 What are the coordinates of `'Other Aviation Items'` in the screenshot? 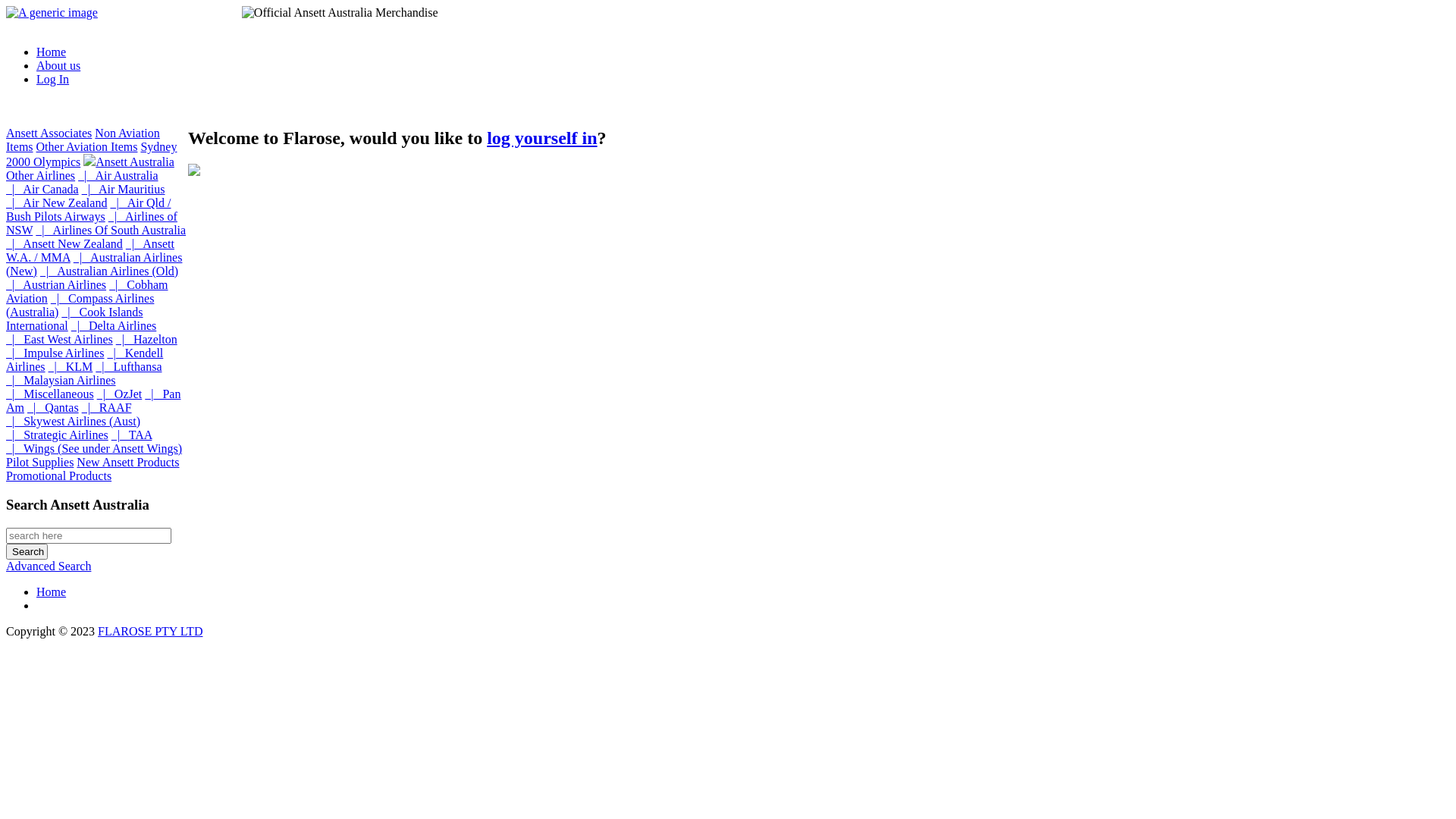 It's located at (86, 146).